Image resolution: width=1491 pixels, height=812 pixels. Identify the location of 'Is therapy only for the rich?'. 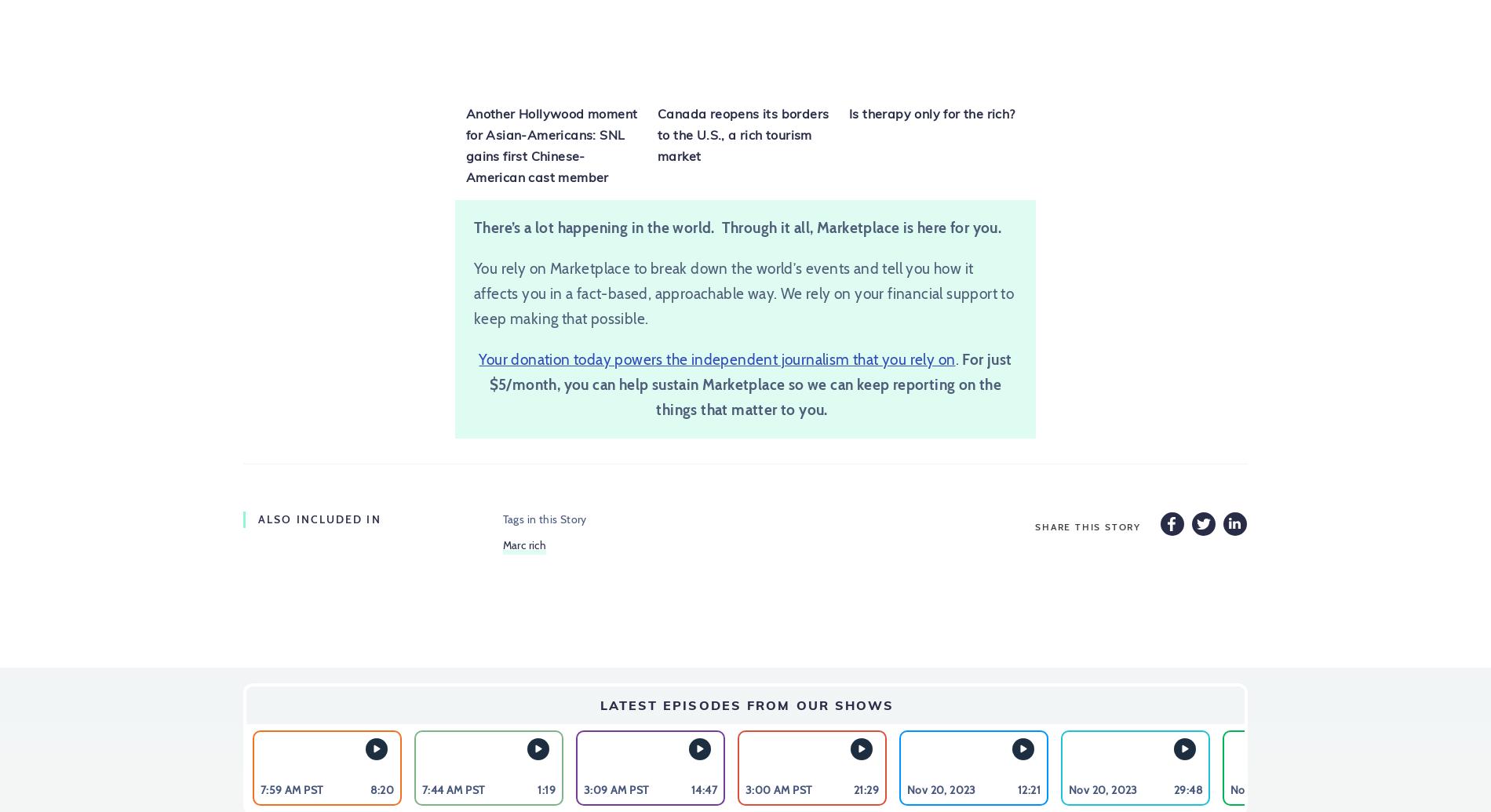
(931, 114).